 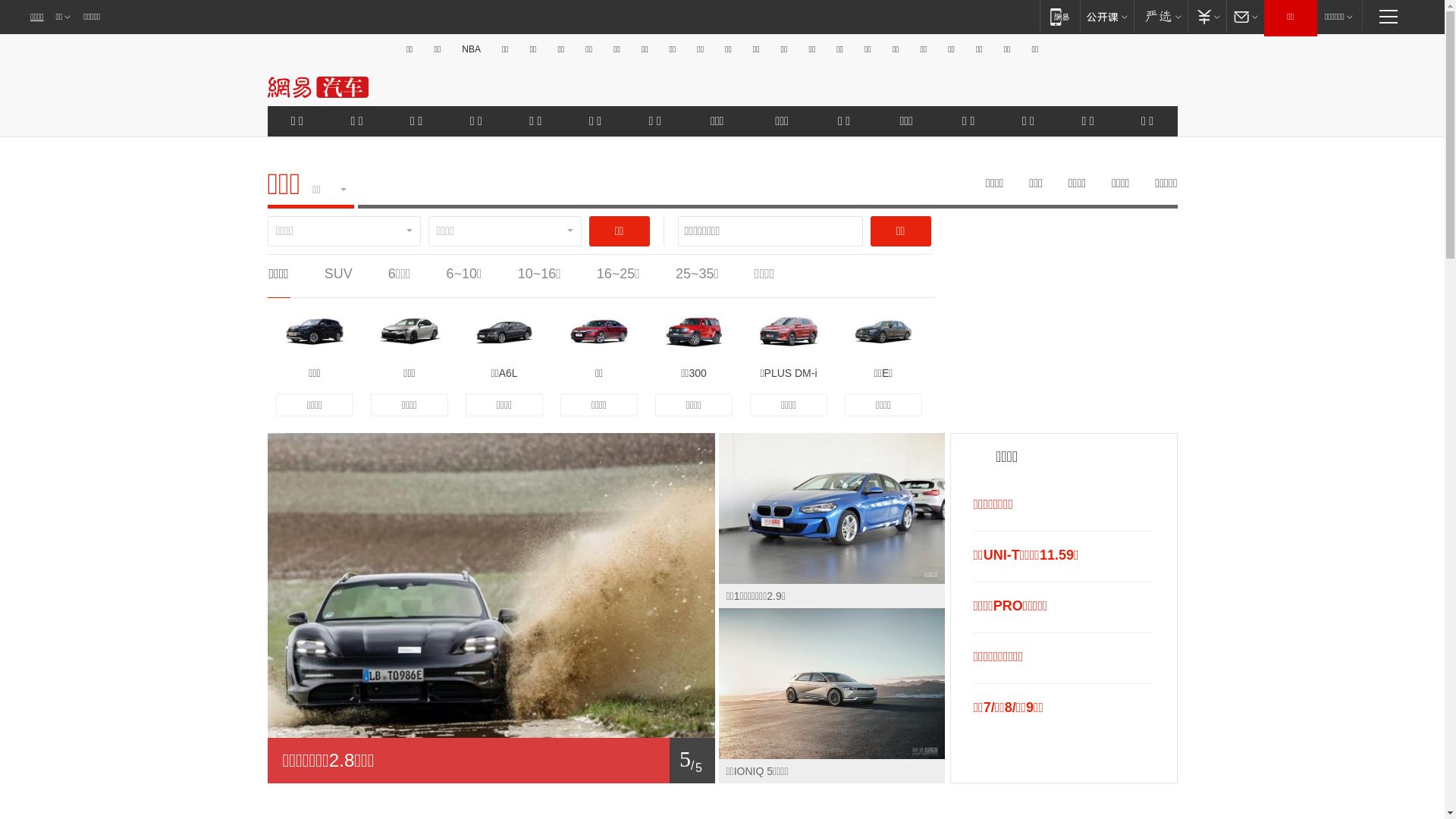 What do you see at coordinates (337, 274) in the screenshot?
I see `'SUV'` at bounding box center [337, 274].